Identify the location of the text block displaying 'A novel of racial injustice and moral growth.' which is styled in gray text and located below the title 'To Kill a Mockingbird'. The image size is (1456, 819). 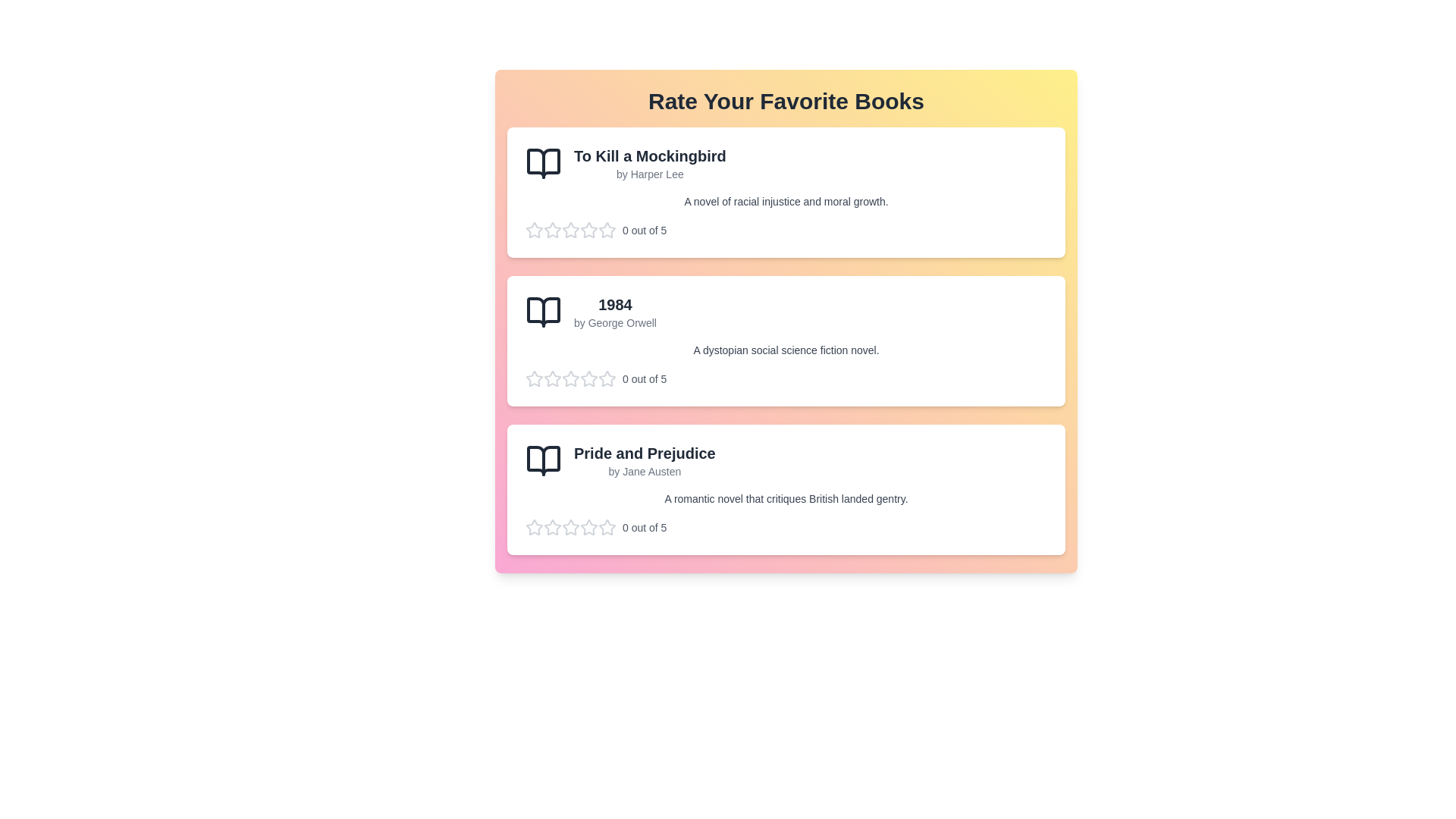
(786, 201).